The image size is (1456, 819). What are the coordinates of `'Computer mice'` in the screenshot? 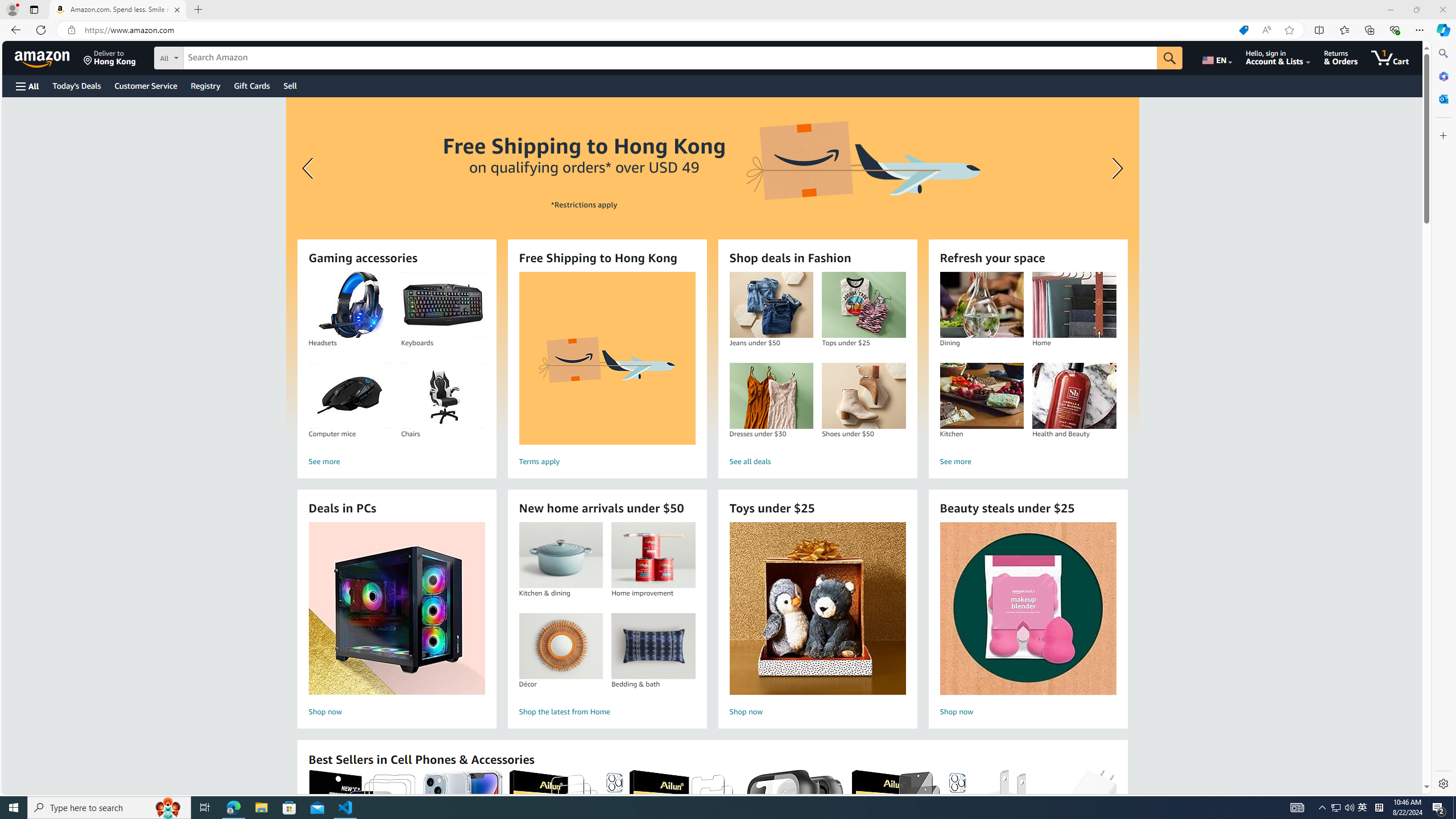 It's located at (350, 396).